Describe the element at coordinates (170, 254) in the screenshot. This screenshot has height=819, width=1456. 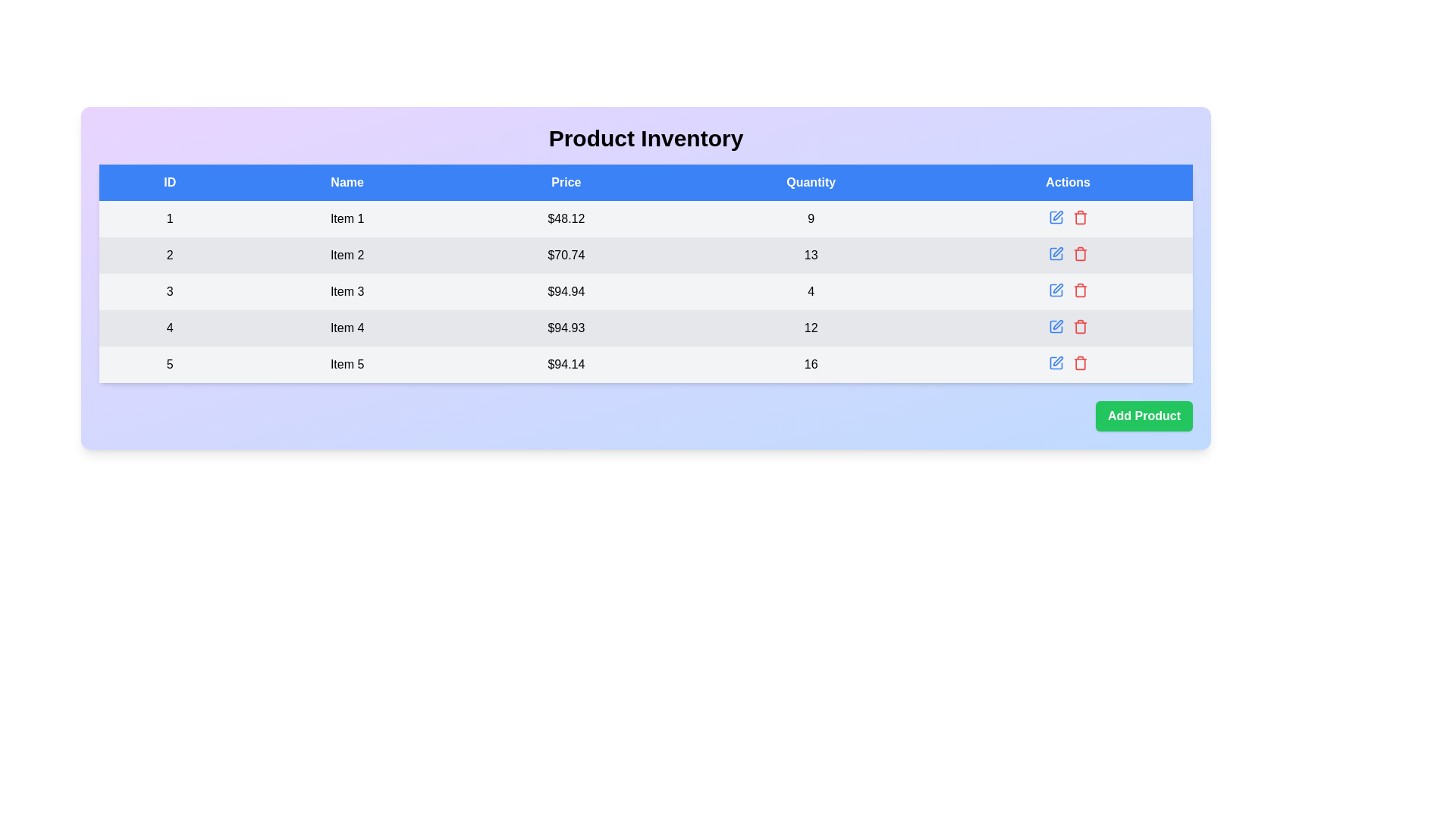
I see `the text label displaying the number '2' in the first column of the second row of the table, which has a light gray background and black text` at that location.